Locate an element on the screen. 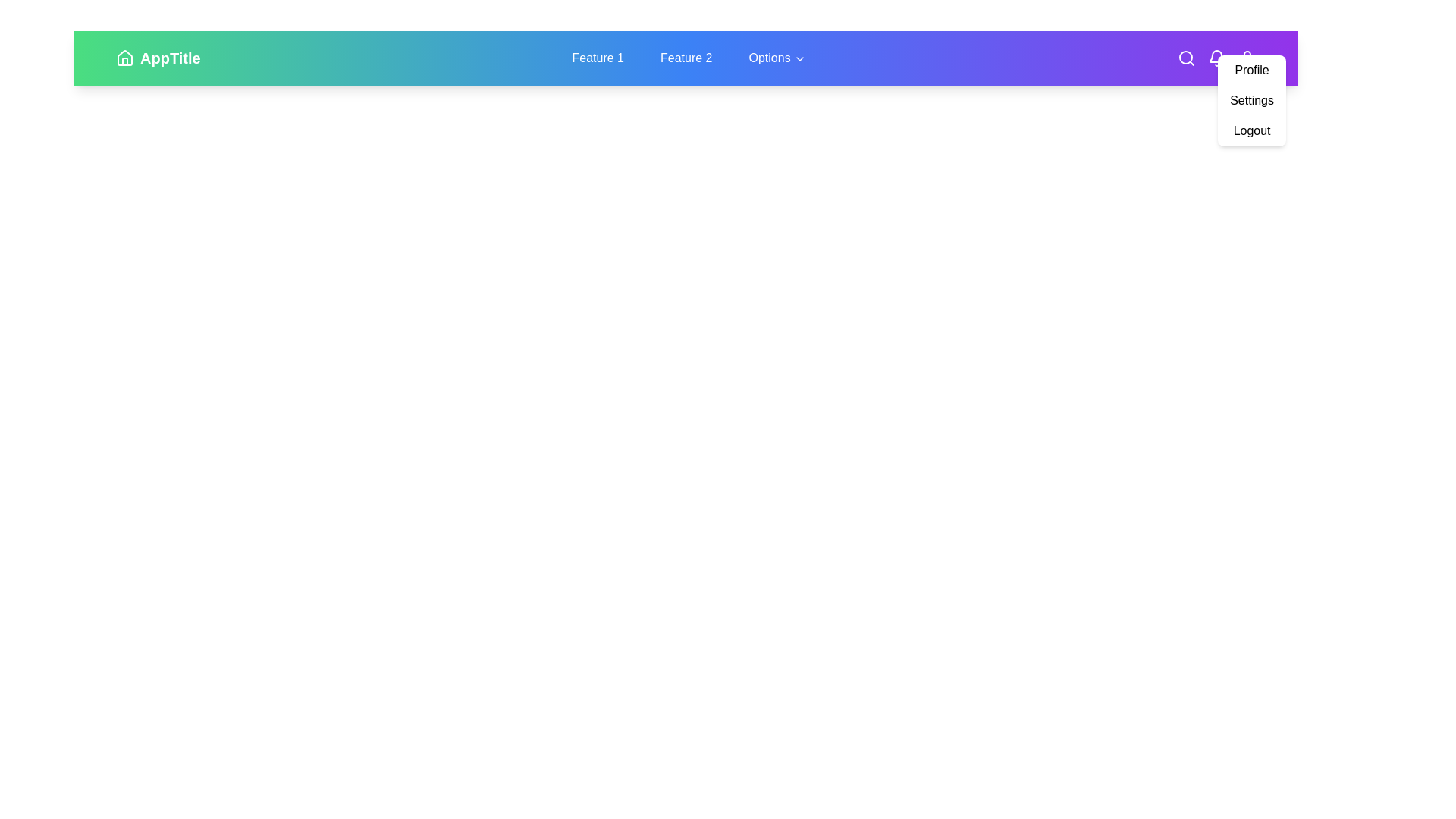  the User icon to perform its action is located at coordinates (1247, 58).